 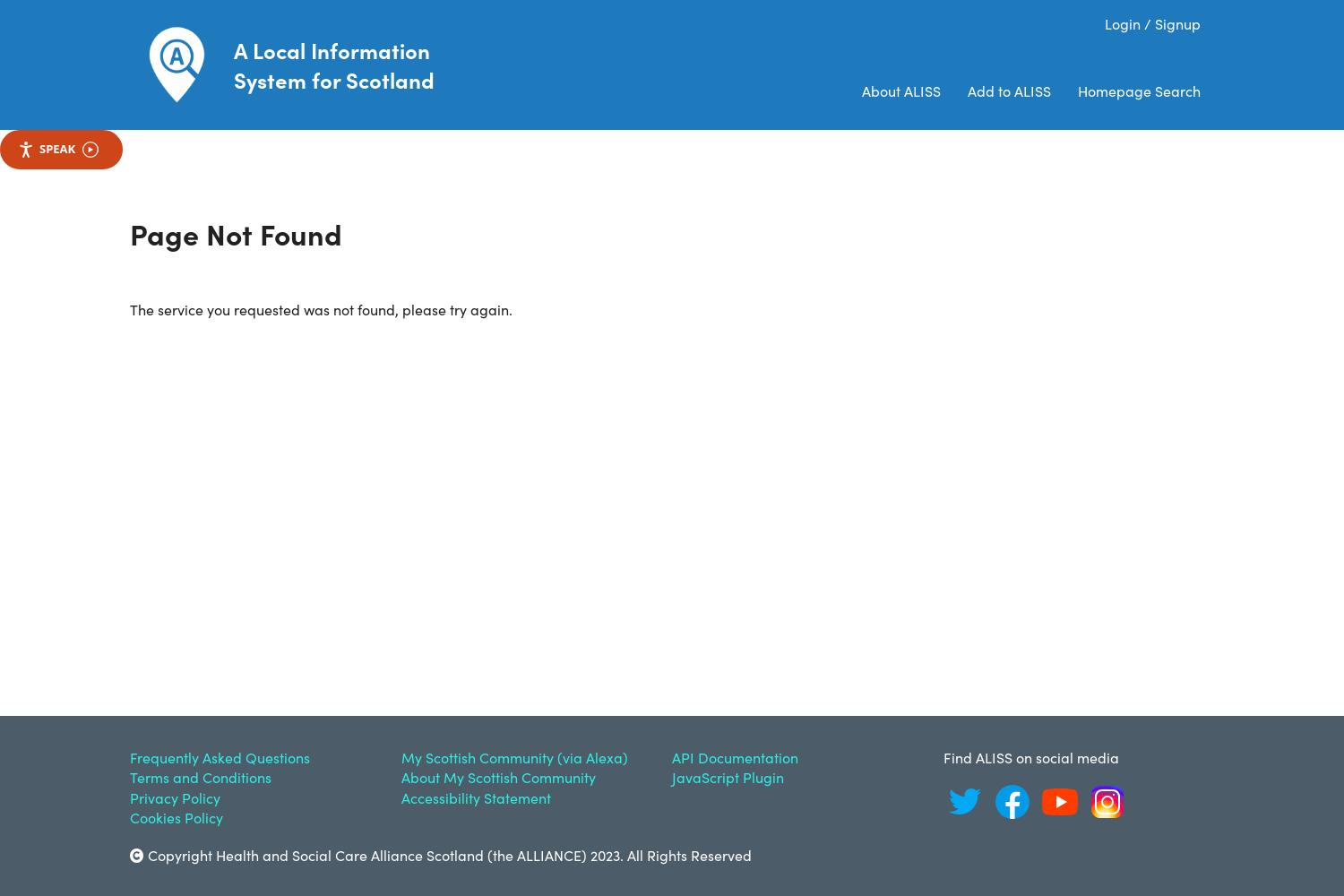 I want to click on 'The service you requested was not found, please try again.', so click(x=320, y=307).